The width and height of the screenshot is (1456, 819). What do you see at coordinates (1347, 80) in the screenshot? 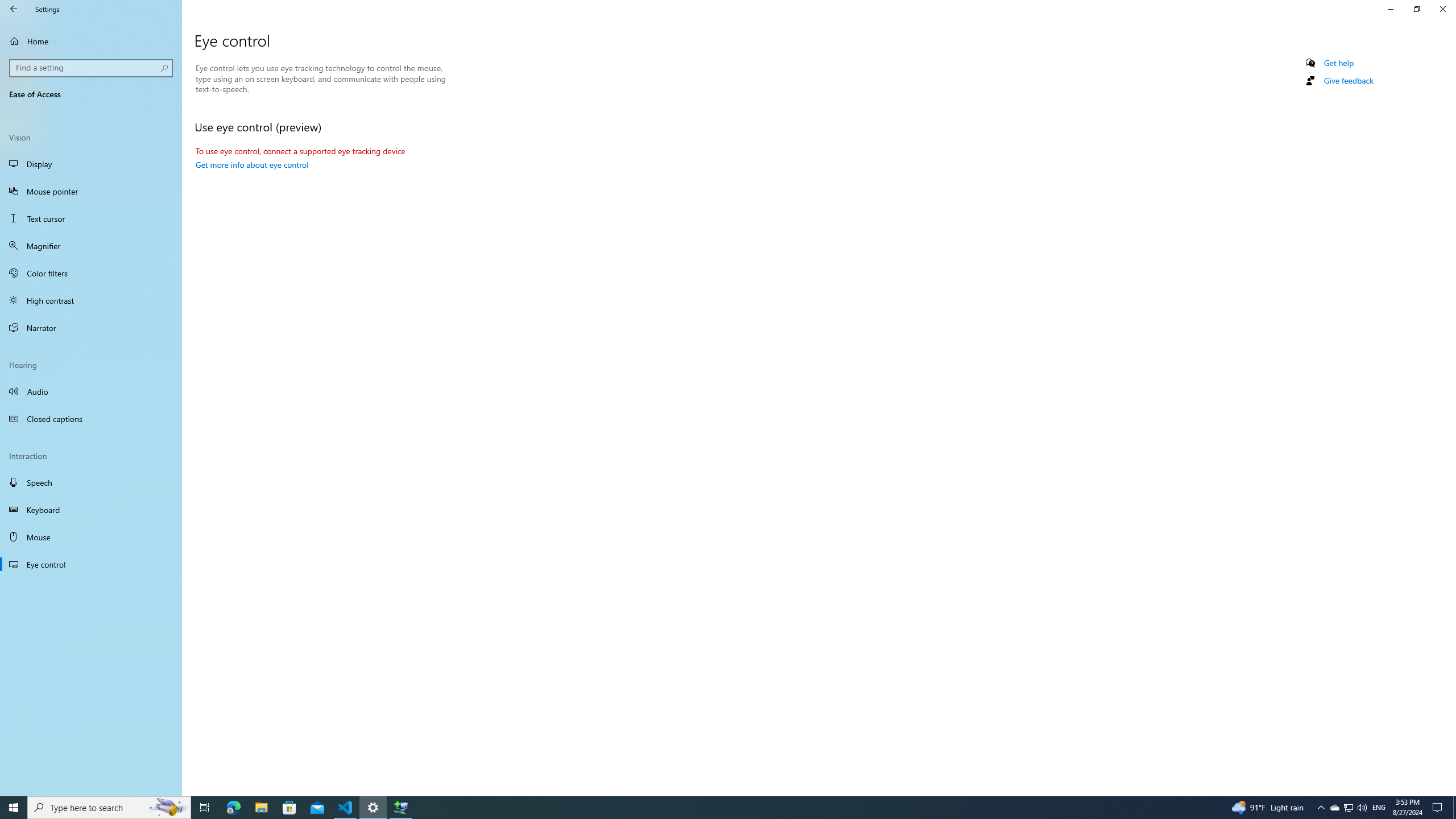
I see `'Give feedback'` at bounding box center [1347, 80].